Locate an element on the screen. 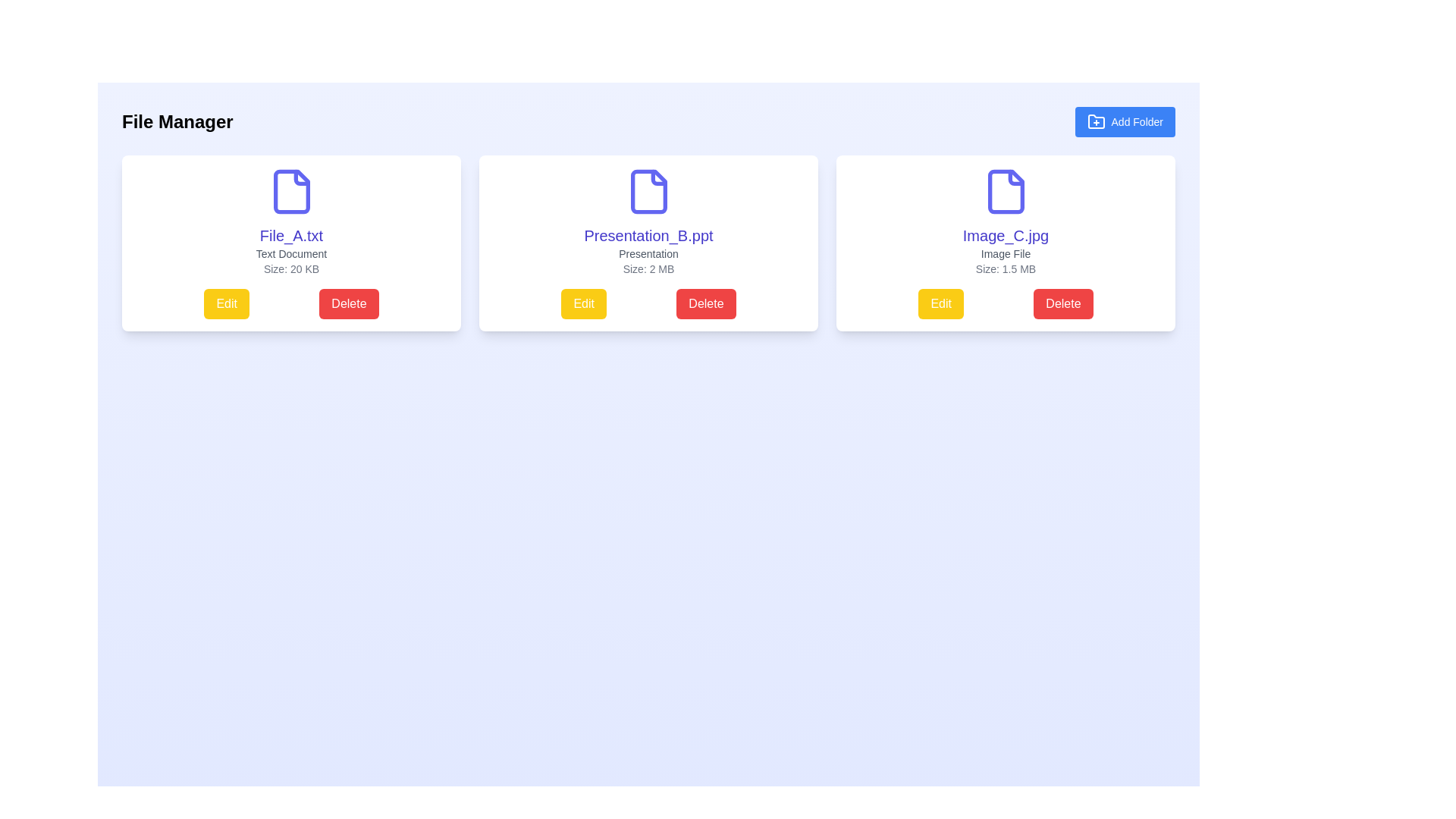 This screenshot has width=1456, height=819. the stylized document icon with a blue outline representing the file 'Image_C.jpg' located in the upper area of the third card in a three-column layout is located at coordinates (1006, 191).